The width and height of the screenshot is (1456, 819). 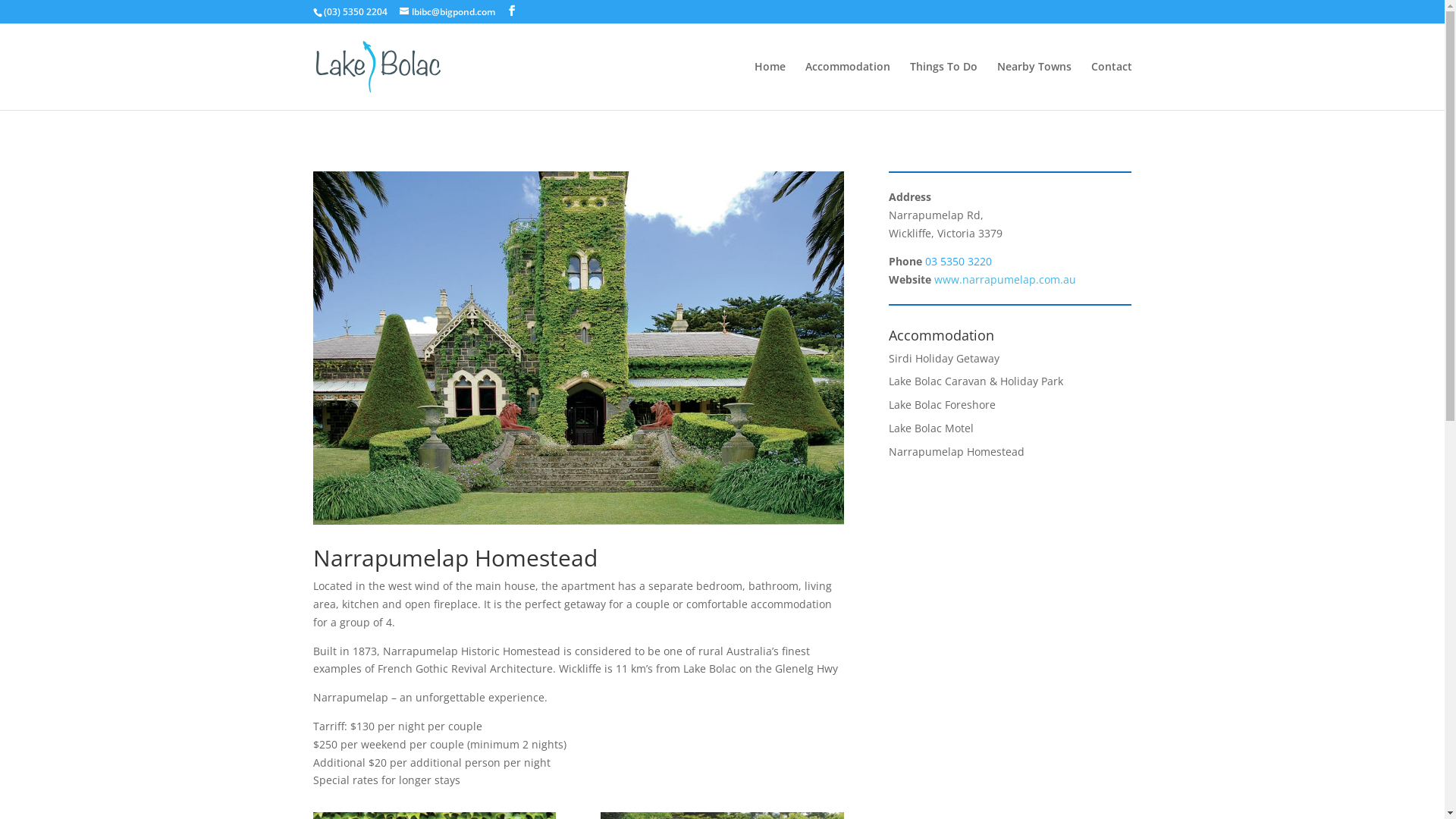 I want to click on 'Nearby Towns', so click(x=1033, y=85).